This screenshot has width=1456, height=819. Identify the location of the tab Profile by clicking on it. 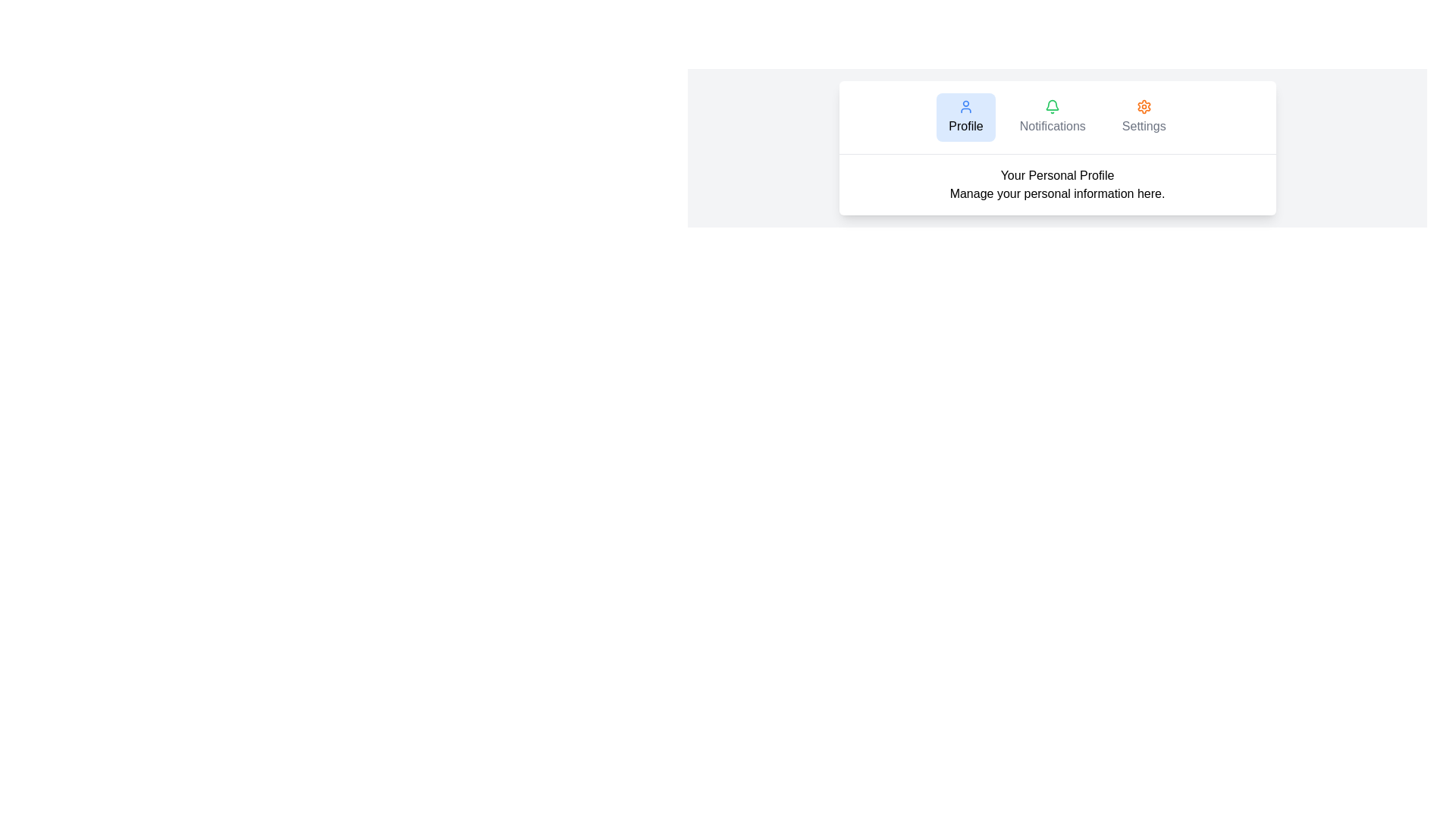
(965, 116).